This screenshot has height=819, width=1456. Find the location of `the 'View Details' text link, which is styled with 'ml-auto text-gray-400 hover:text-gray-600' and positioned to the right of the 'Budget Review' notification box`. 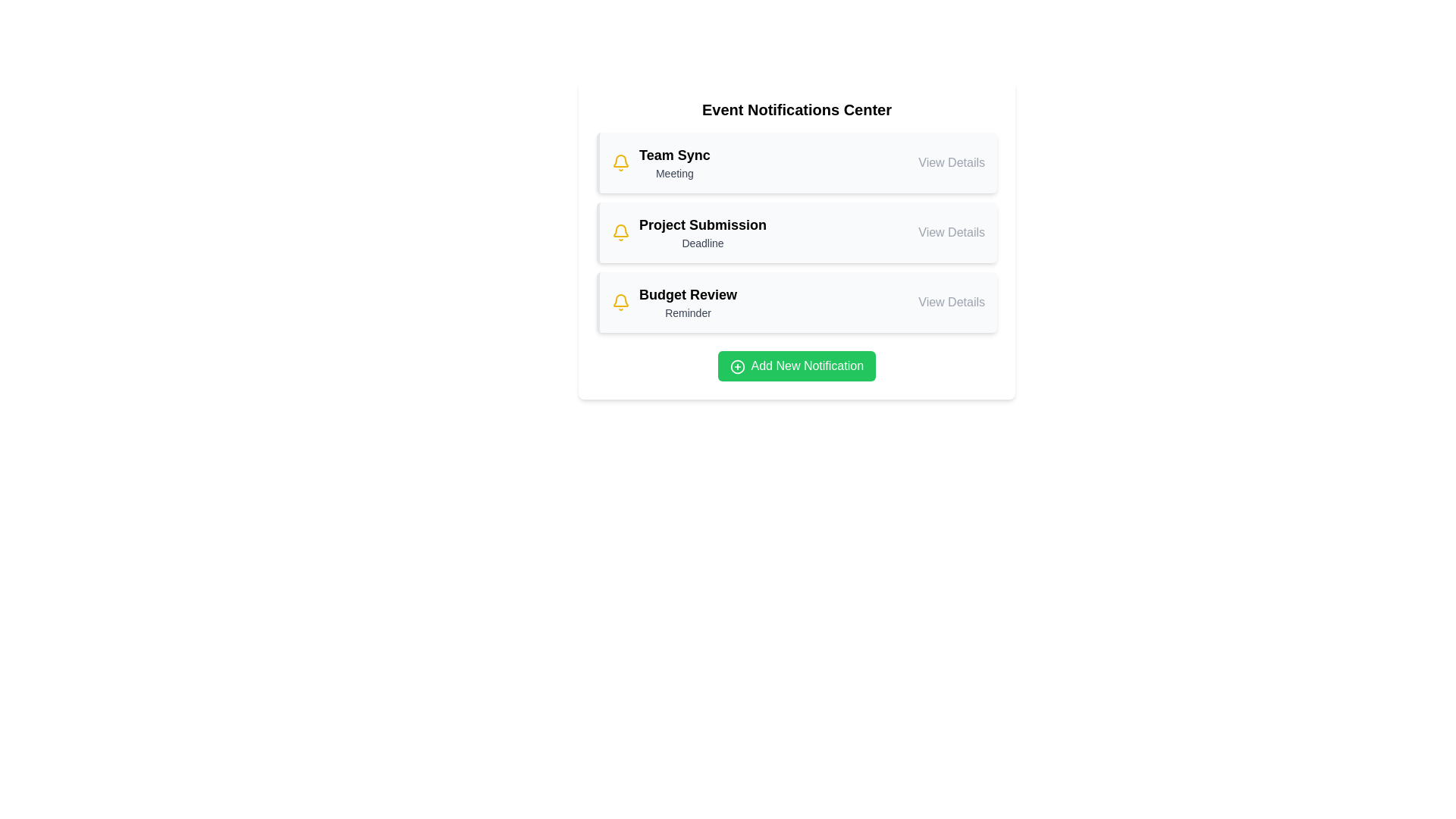

the 'View Details' text link, which is styled with 'ml-auto text-gray-400 hover:text-gray-600' and positioned to the right of the 'Budget Review' notification box is located at coordinates (951, 302).